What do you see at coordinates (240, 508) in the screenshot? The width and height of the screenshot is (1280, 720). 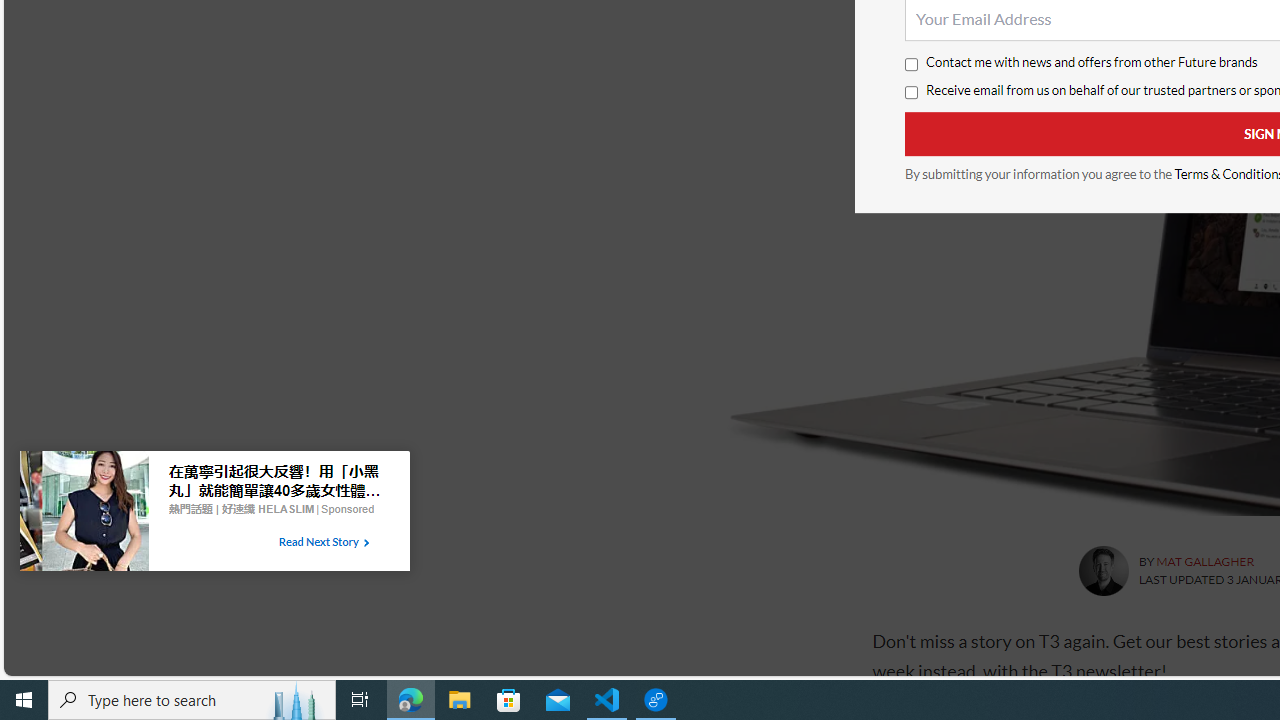 I see `'Branding in Taboola advertising section'` at bounding box center [240, 508].